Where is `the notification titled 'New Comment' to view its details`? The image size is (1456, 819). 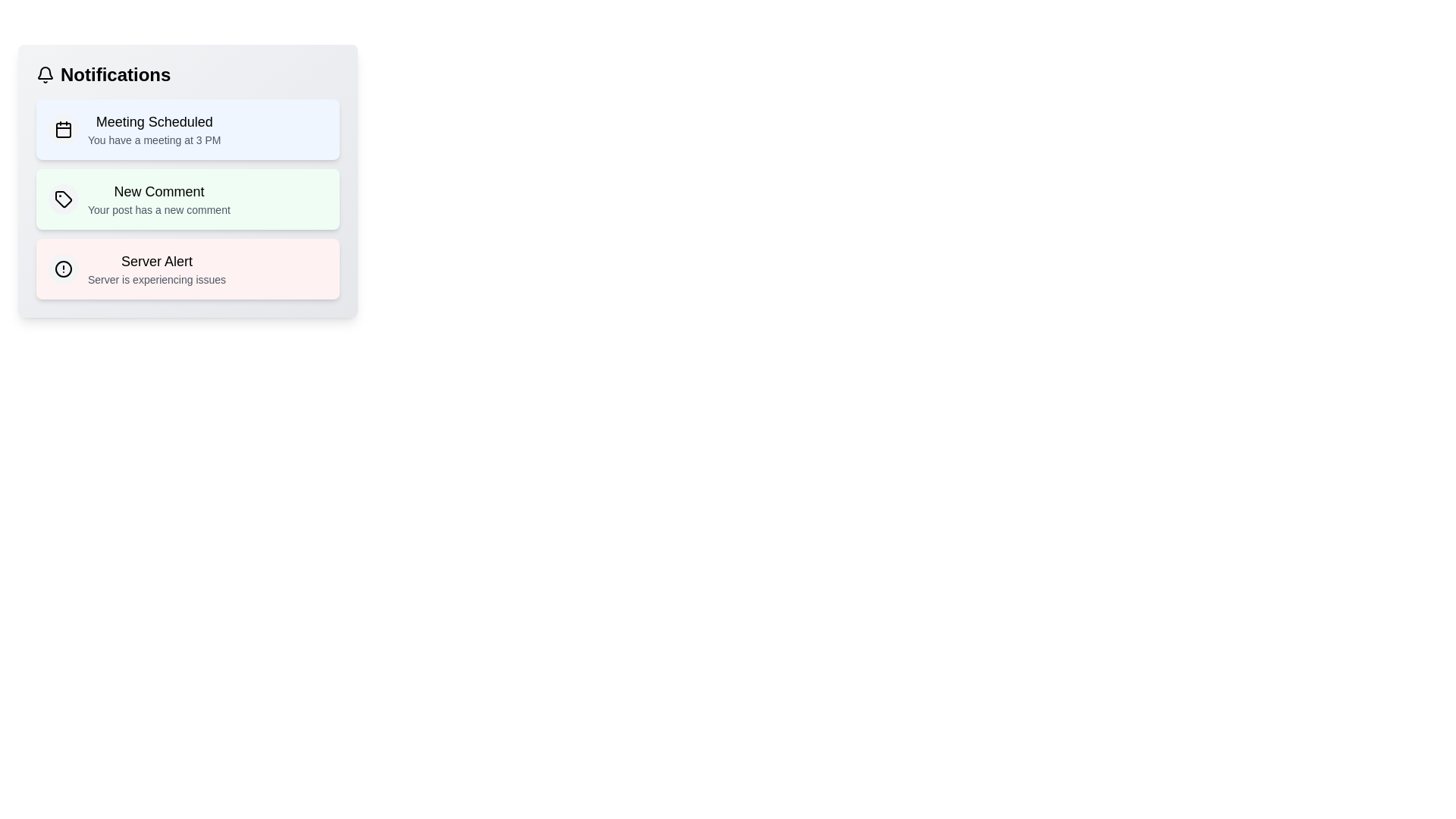
the notification titled 'New Comment' to view its details is located at coordinates (187, 198).